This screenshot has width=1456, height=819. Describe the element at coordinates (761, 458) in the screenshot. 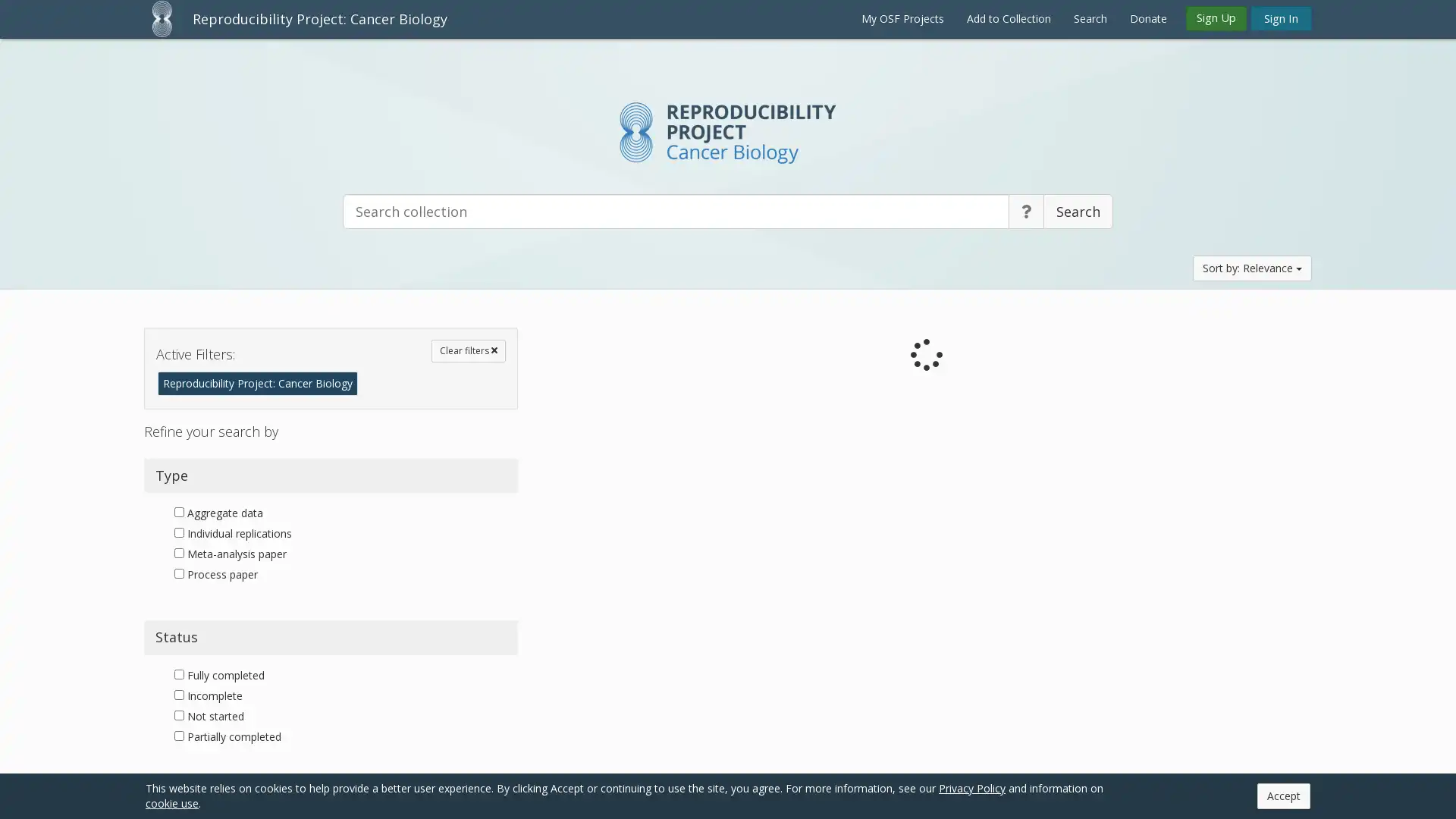

I see `| Status: Incomplete` at that location.